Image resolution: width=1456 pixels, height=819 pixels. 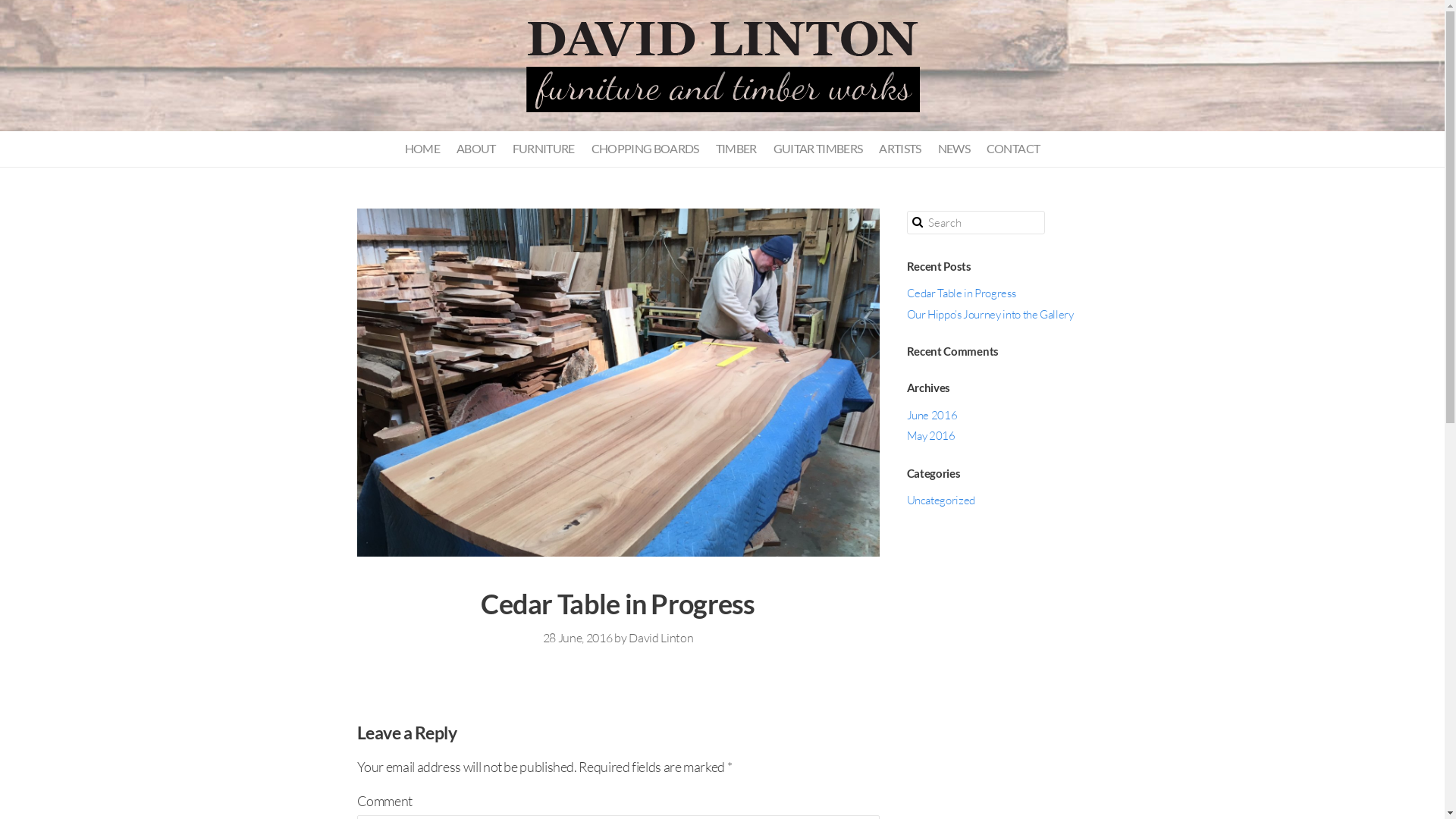 I want to click on 'June 2016', so click(x=931, y=415).